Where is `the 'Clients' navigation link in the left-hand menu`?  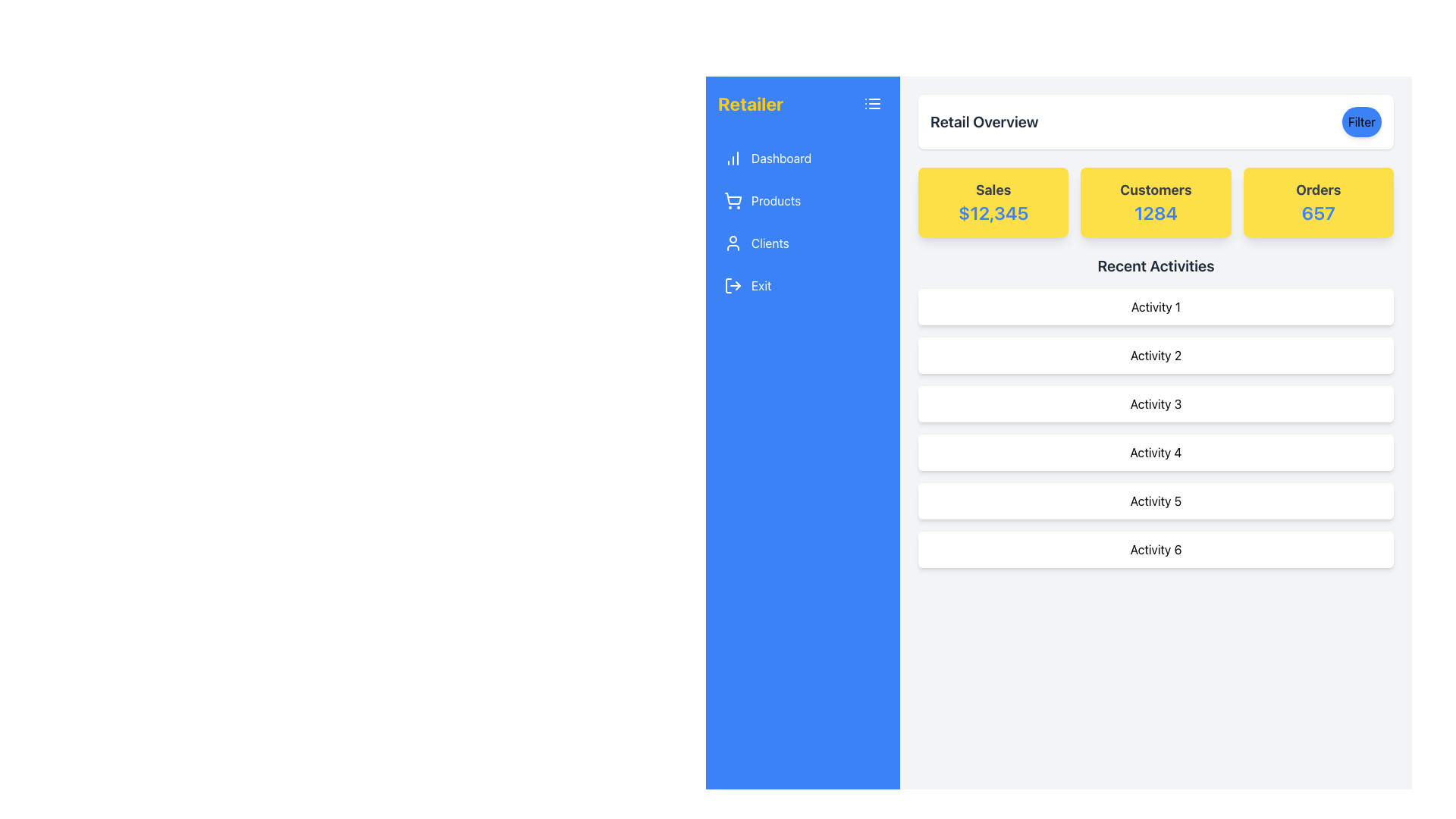 the 'Clients' navigation link in the left-hand menu is located at coordinates (770, 242).